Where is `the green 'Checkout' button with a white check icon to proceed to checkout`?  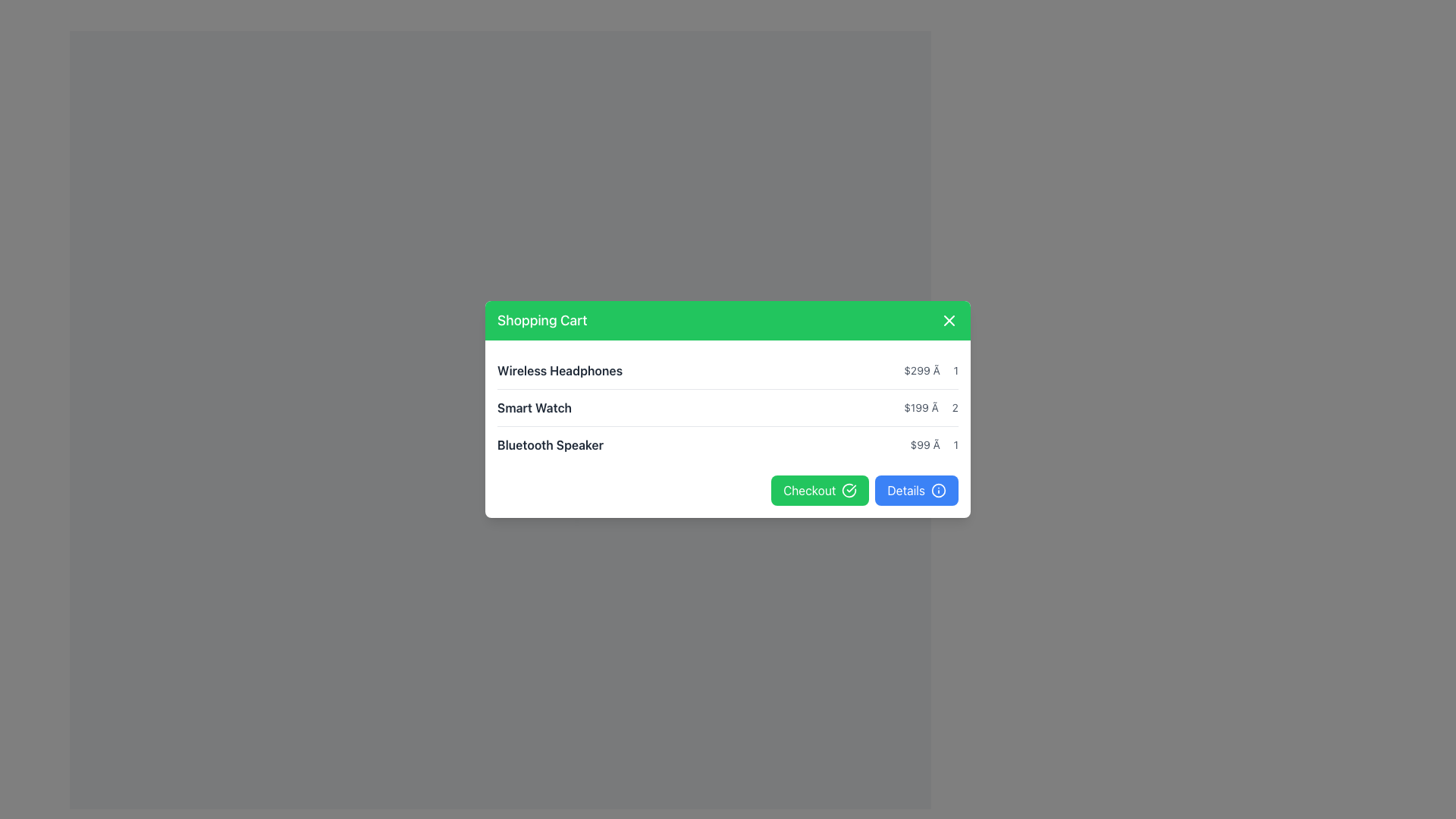 the green 'Checkout' button with a white check icon to proceed to checkout is located at coordinates (819, 491).